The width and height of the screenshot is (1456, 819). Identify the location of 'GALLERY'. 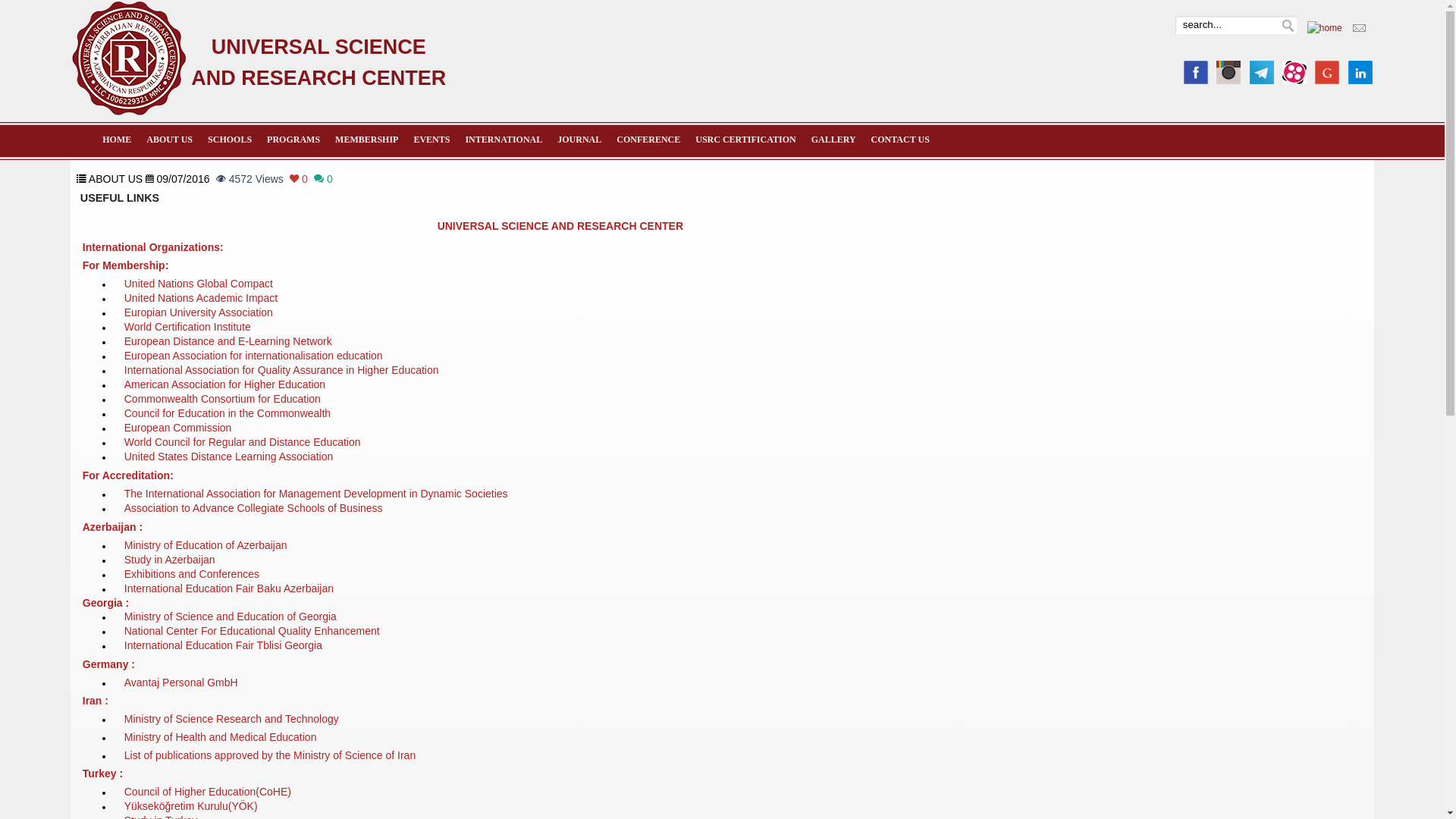
(833, 140).